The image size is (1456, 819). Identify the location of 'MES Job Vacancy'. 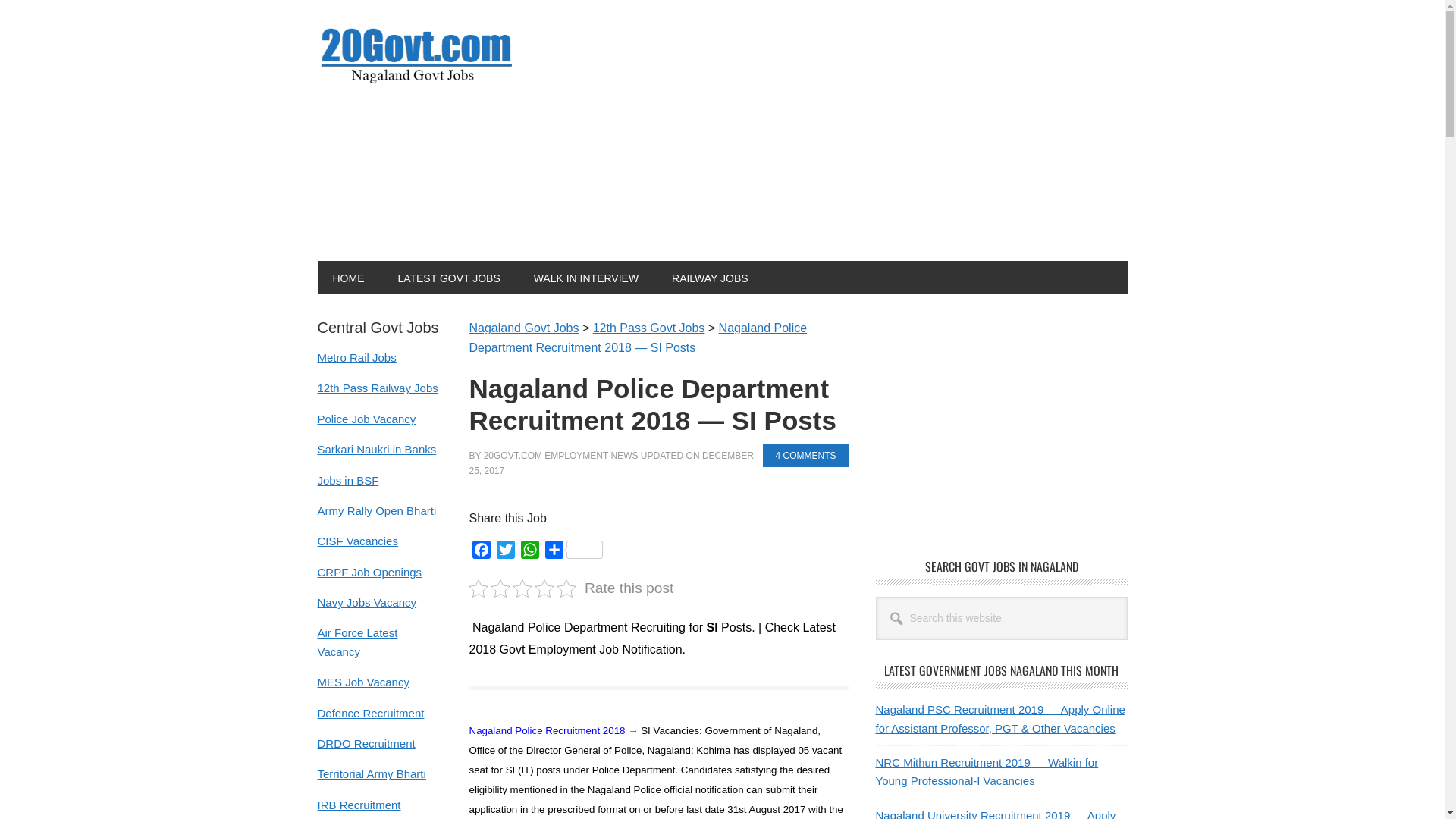
(362, 681).